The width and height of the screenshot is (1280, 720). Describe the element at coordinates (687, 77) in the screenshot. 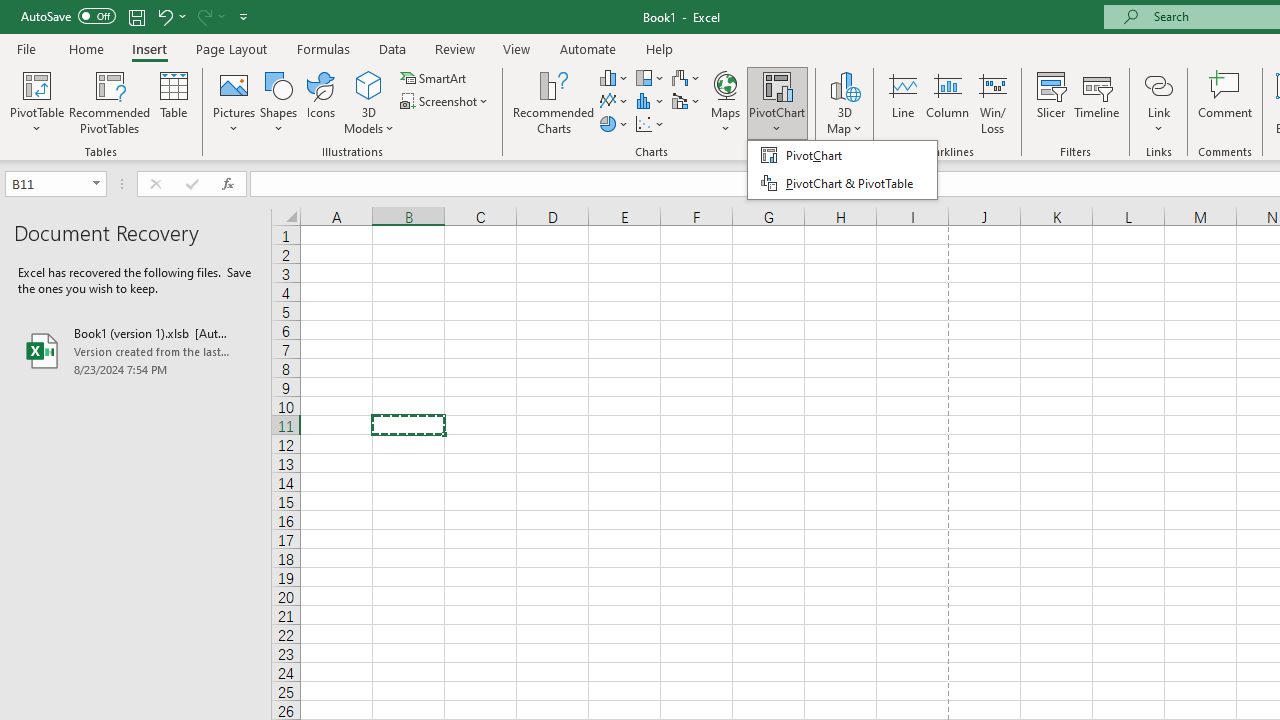

I see `'Insert Waterfall, Funnel, Stock, Surface, or Radar Chart'` at that location.